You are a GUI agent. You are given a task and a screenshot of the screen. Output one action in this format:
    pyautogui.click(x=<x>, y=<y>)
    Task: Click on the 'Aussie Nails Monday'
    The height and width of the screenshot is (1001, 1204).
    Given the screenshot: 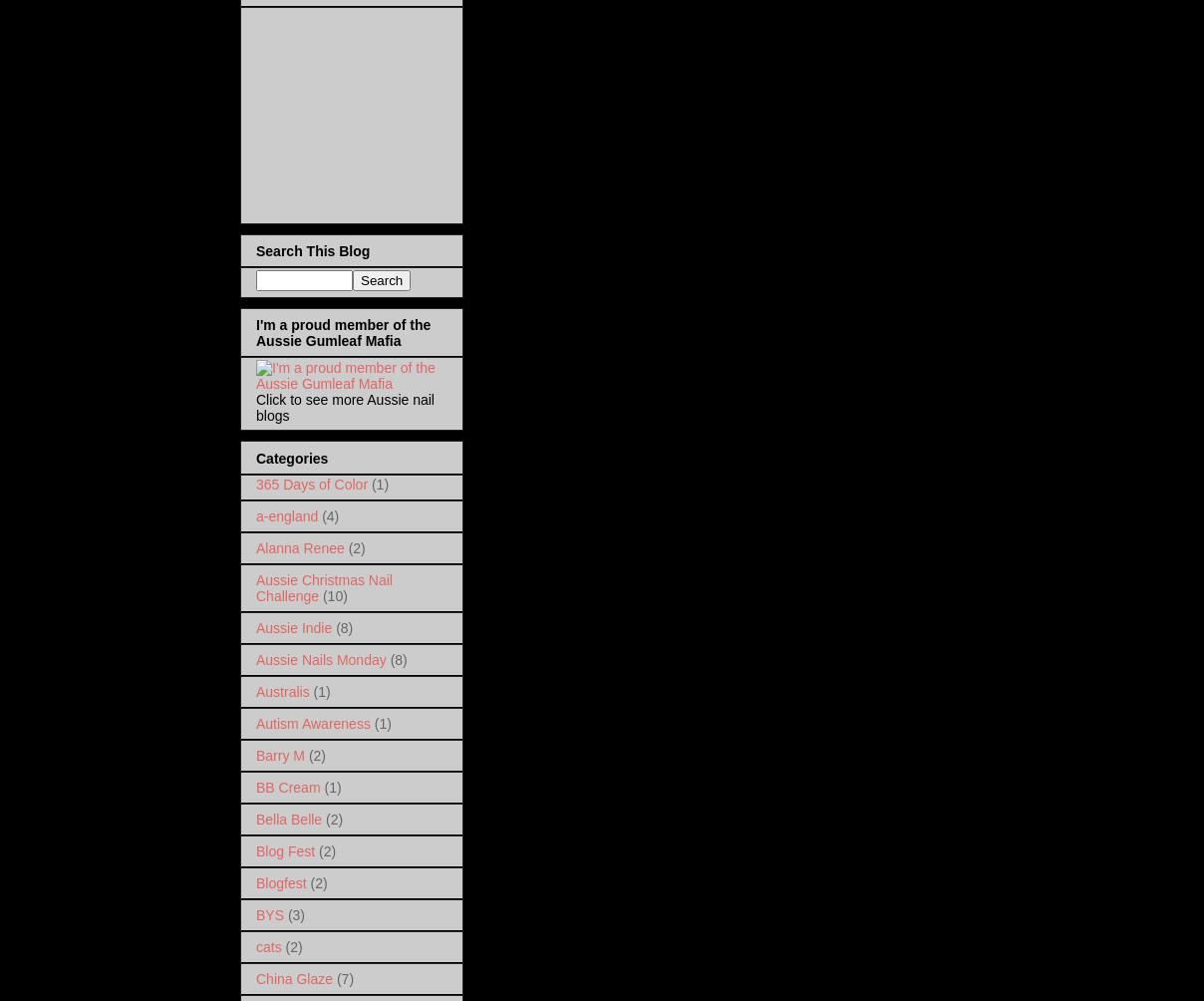 What is the action you would take?
    pyautogui.click(x=320, y=658)
    